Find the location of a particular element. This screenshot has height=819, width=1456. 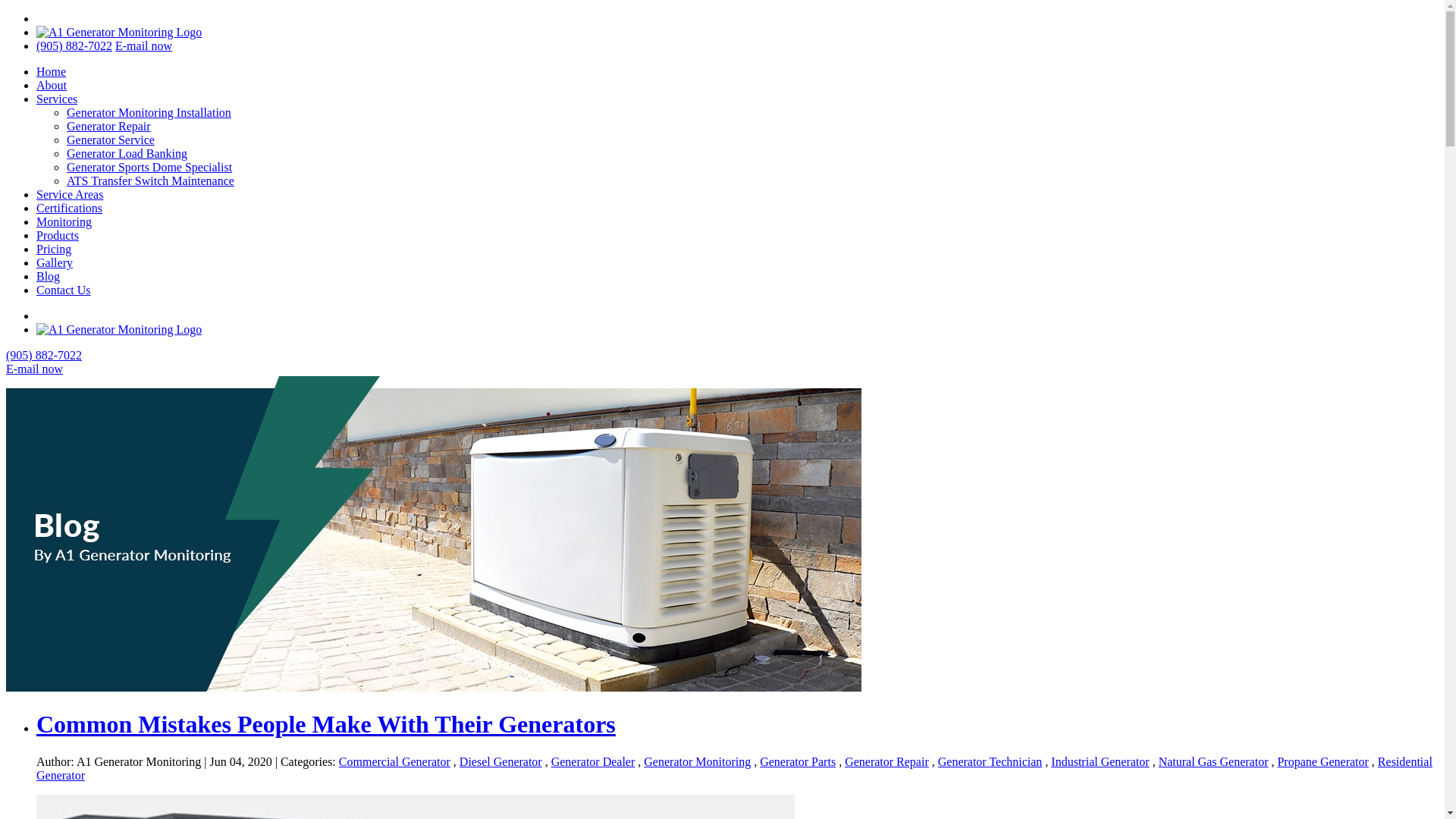

'Common Mistakes People Make With Their Generators' is located at coordinates (325, 723).